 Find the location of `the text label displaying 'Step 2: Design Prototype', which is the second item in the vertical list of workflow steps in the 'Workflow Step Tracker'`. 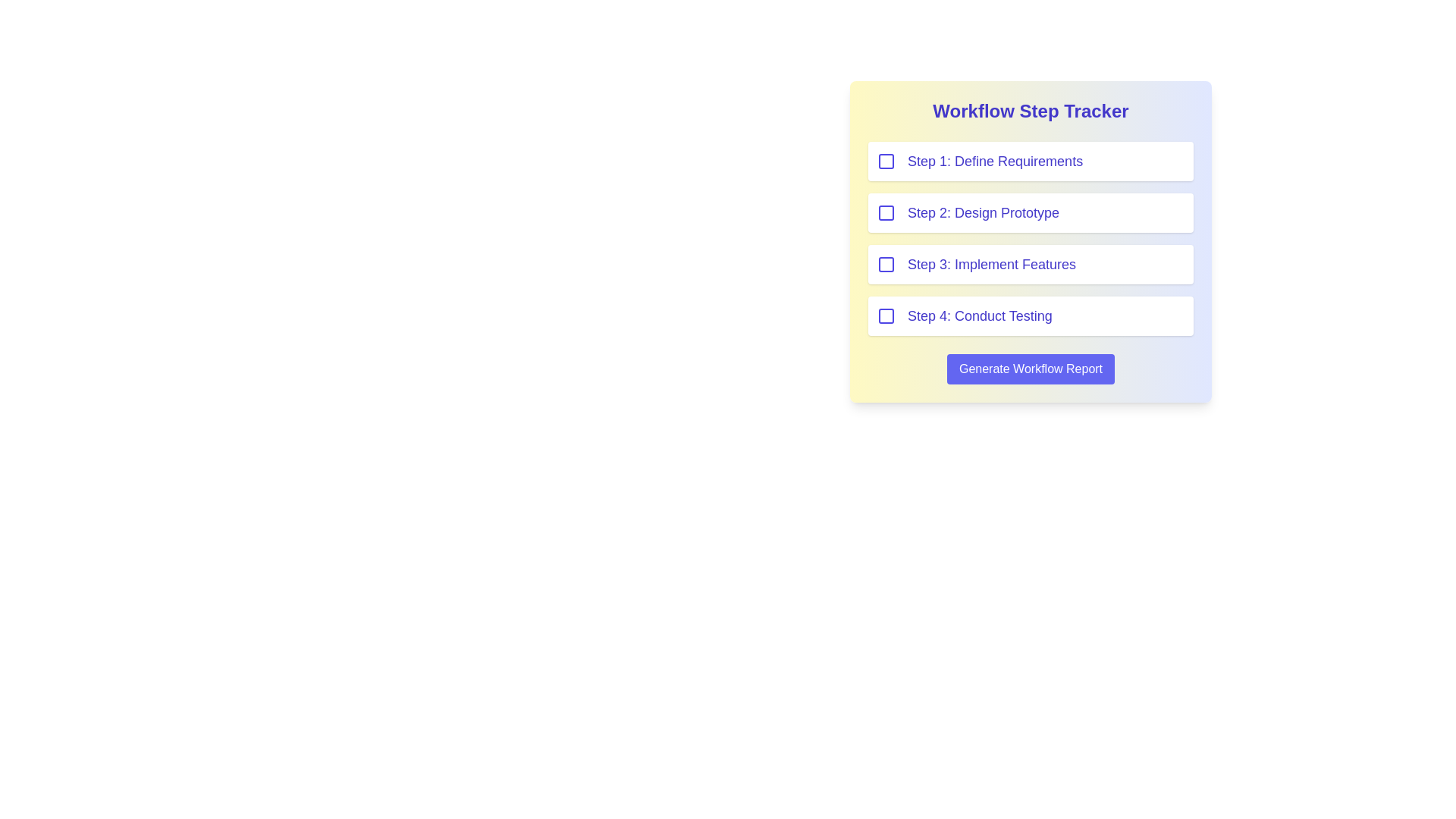

the text label displaying 'Step 2: Design Prototype', which is the second item in the vertical list of workflow steps in the 'Workflow Step Tracker' is located at coordinates (984, 213).